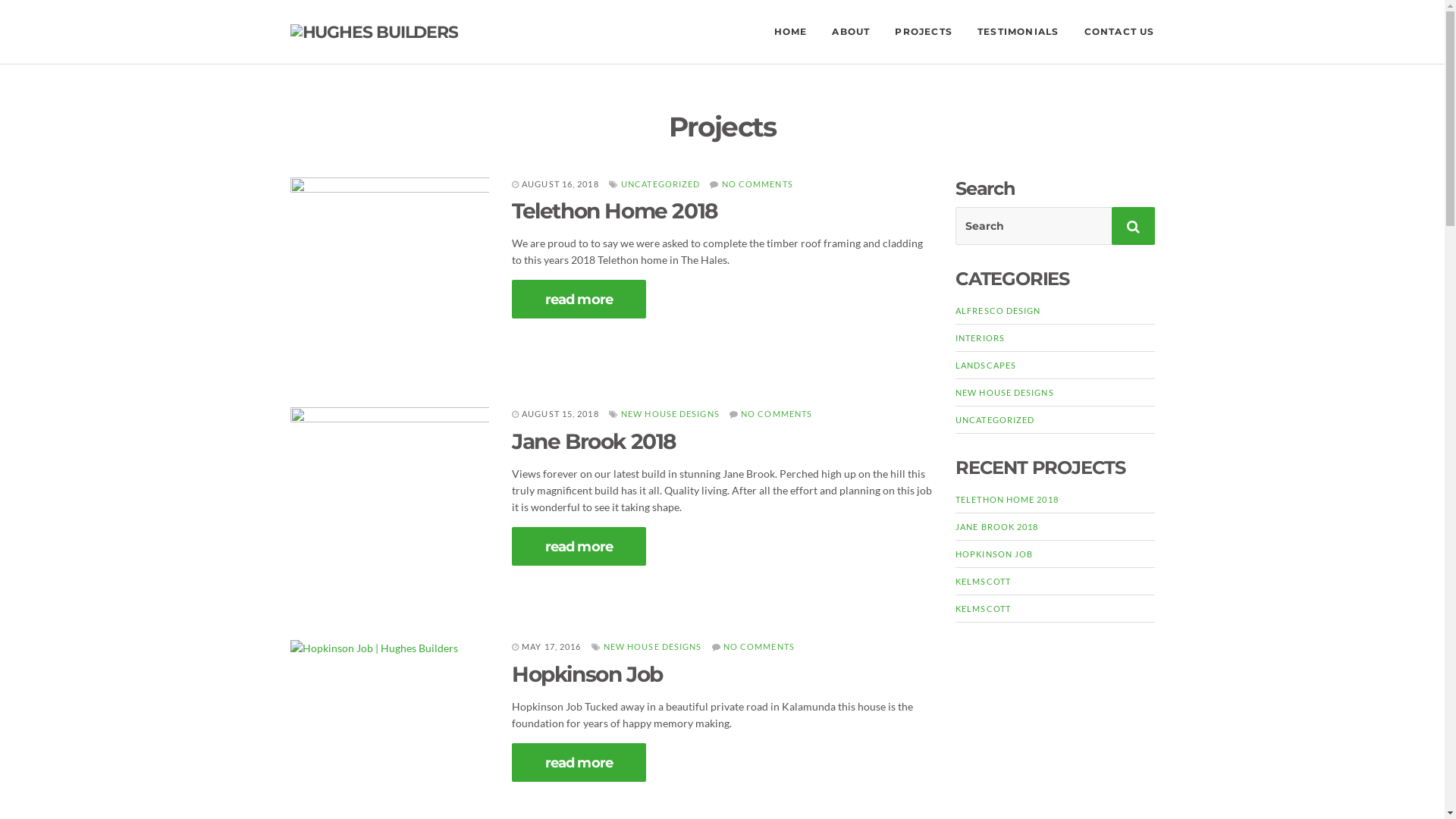  Describe the element at coordinates (660, 183) in the screenshot. I see `'UNCATEGORIZED'` at that location.